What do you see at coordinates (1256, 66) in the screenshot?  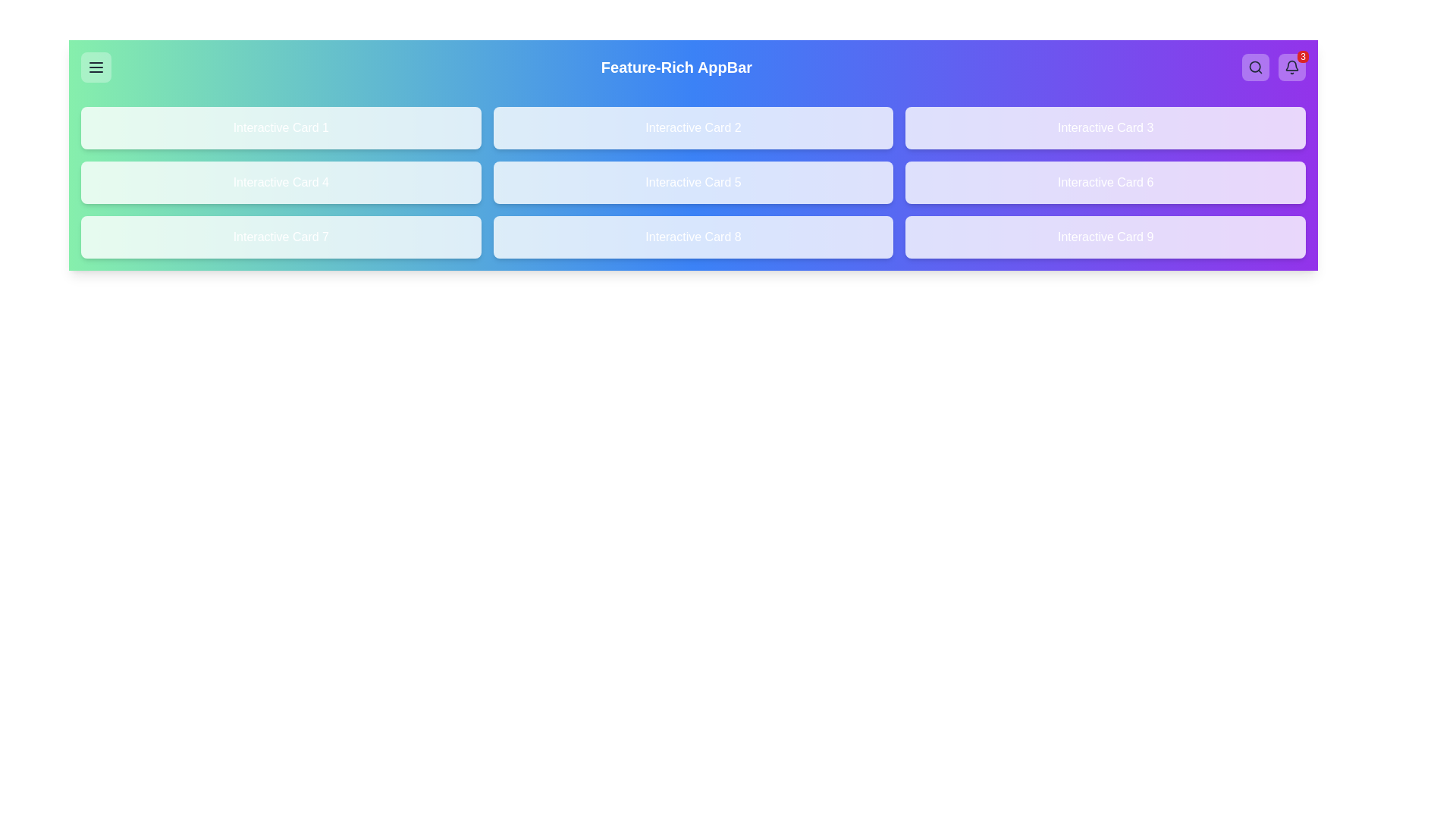 I see `the search button to observe its hover effect` at bounding box center [1256, 66].